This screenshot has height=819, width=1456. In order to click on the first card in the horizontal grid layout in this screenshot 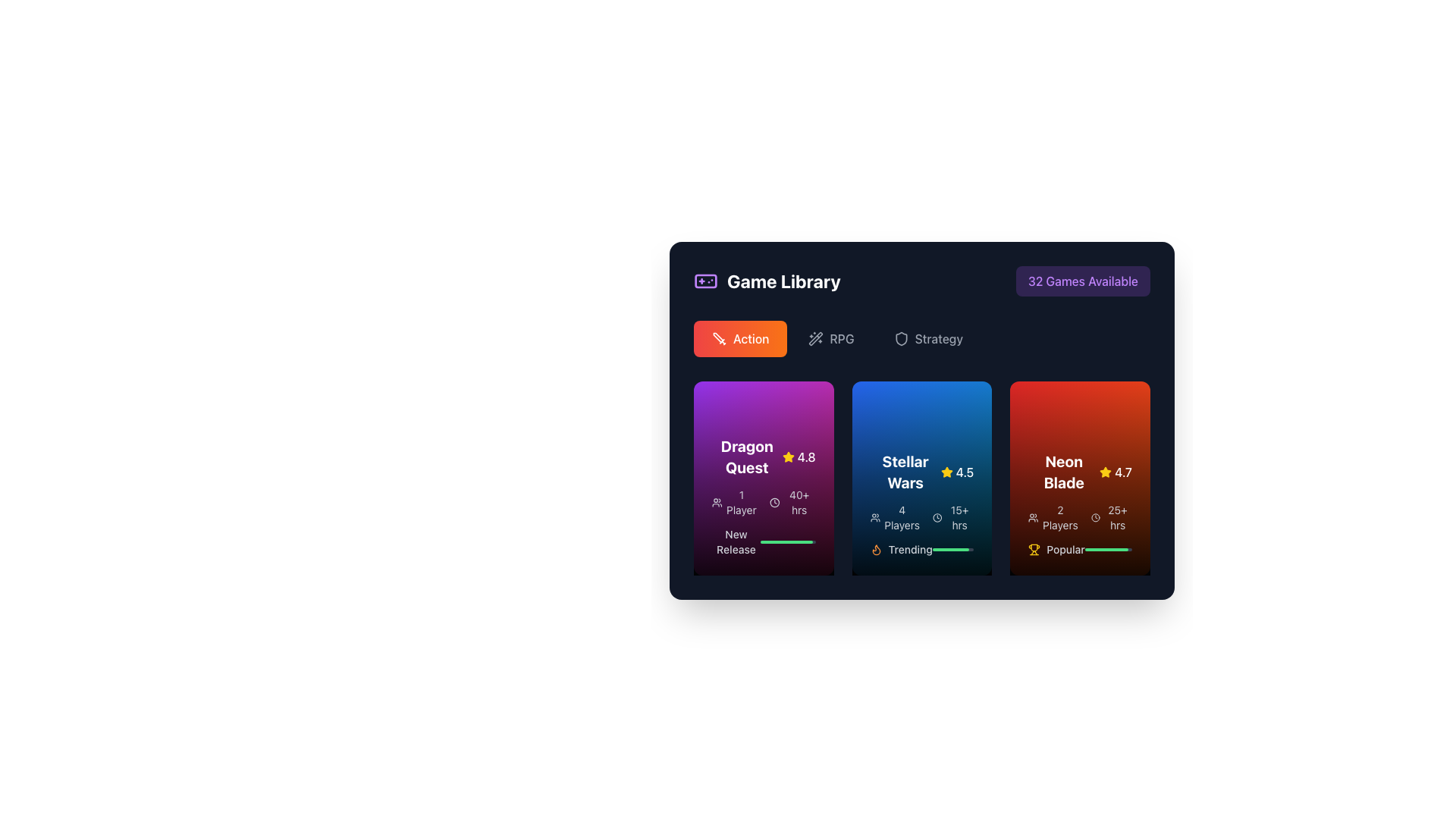, I will do `click(764, 479)`.